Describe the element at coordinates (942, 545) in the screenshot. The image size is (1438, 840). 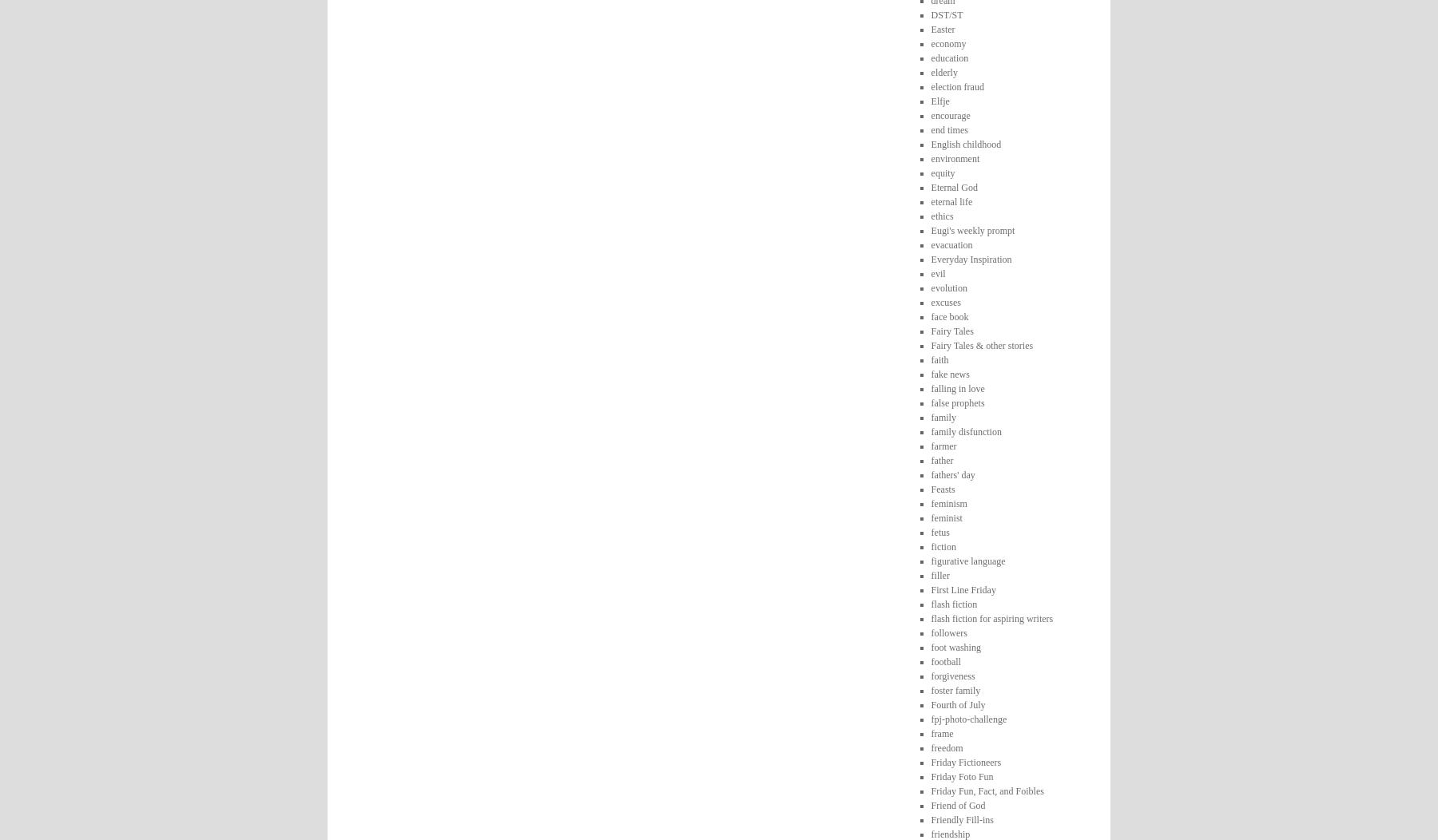
I see `'fiction'` at that location.